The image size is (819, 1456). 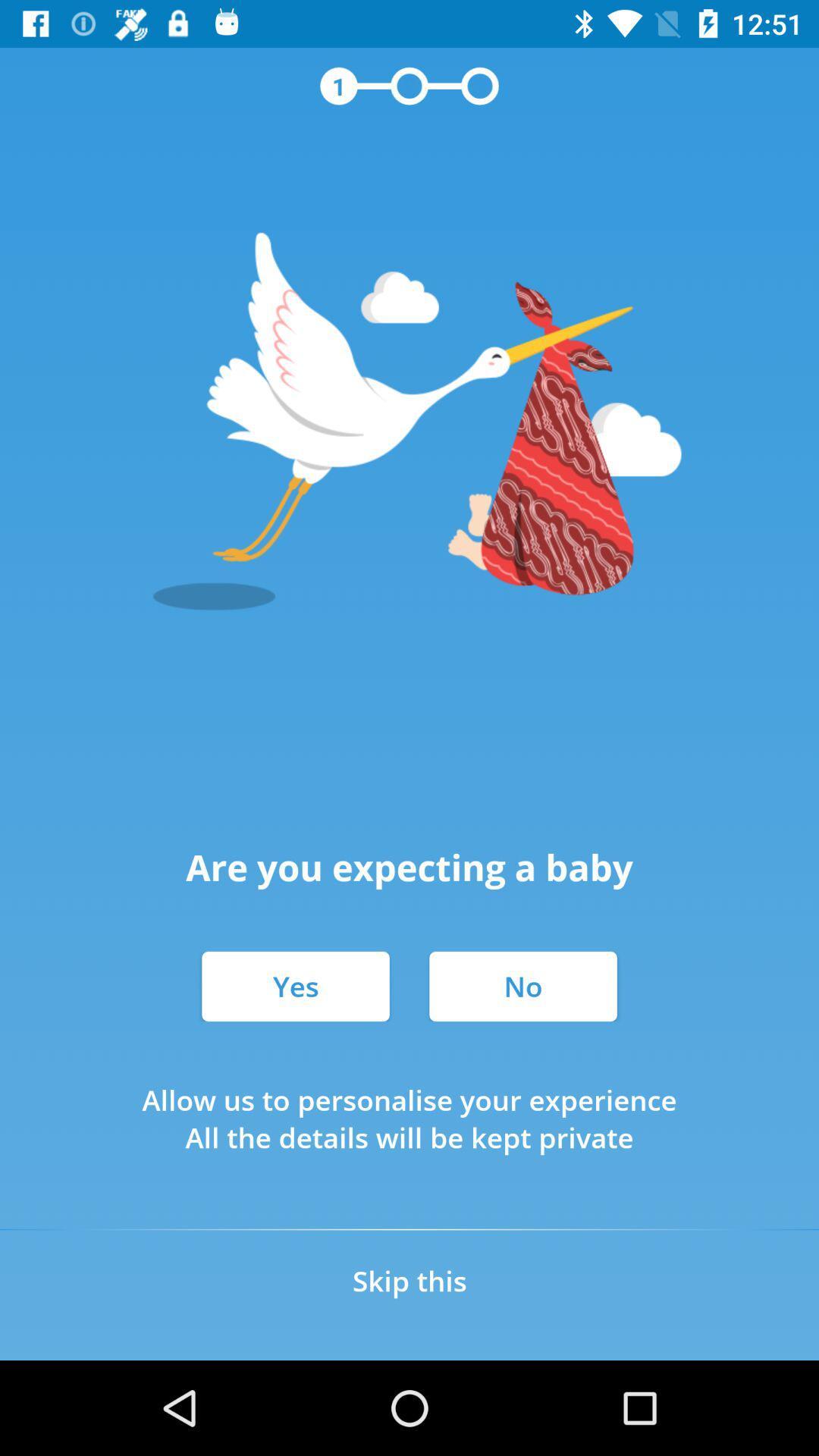 I want to click on icon above the allow us to item, so click(x=522, y=986).